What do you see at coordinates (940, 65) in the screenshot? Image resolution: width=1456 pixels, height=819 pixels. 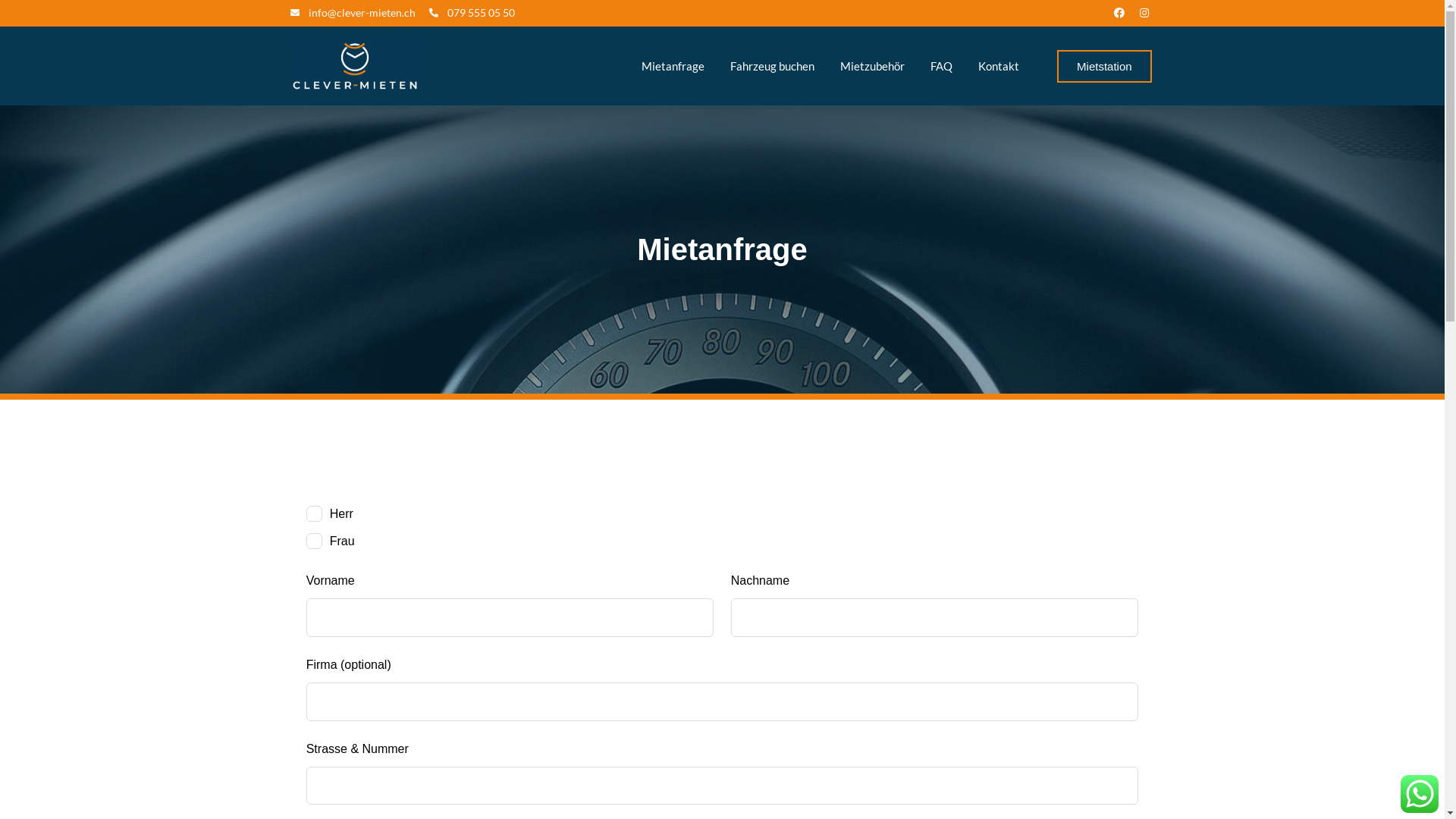 I see `'FAQ'` at bounding box center [940, 65].